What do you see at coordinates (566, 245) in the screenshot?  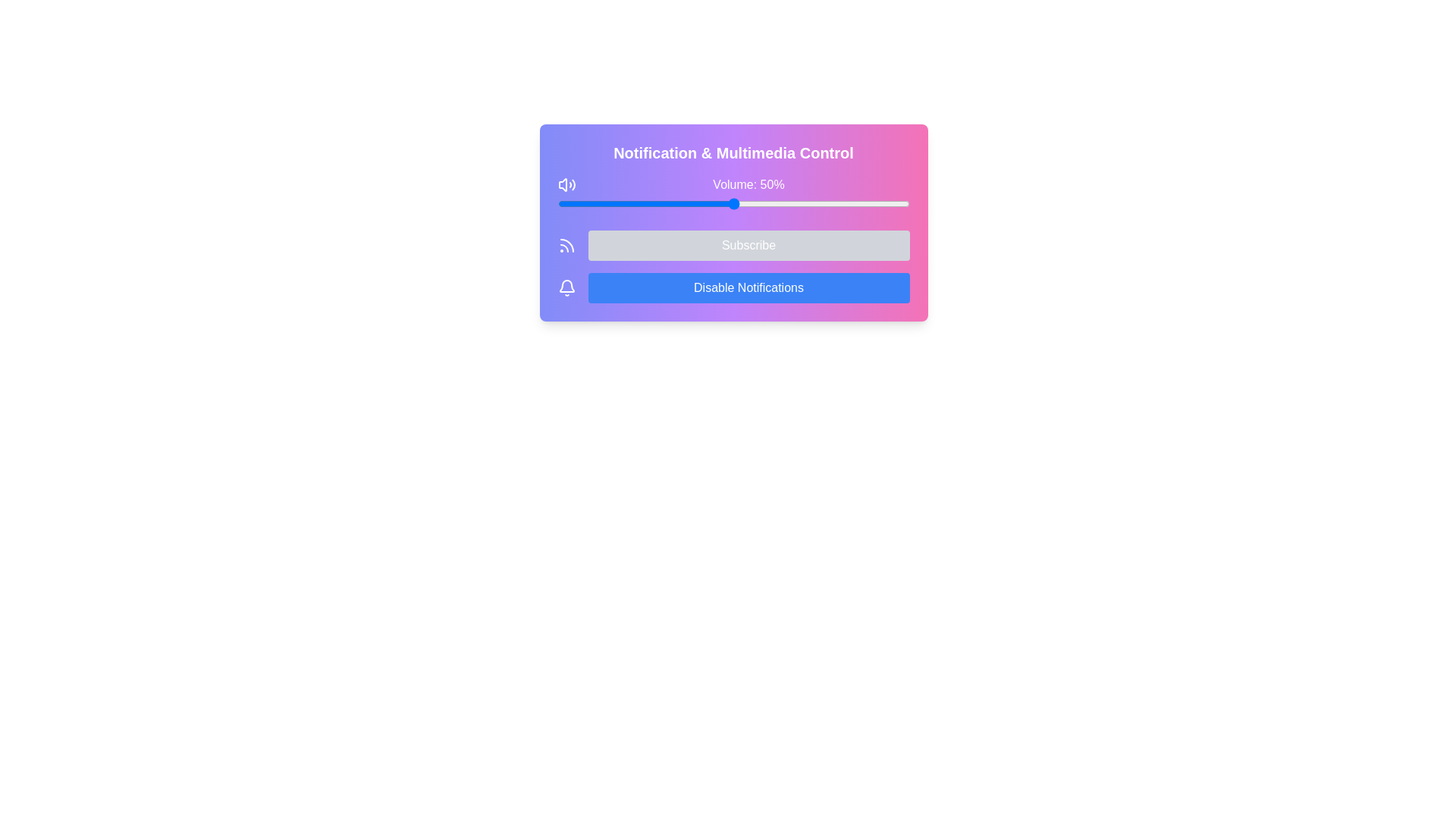 I see `the subscription icon located immediately to the left of the 'Subscribe' button` at bounding box center [566, 245].